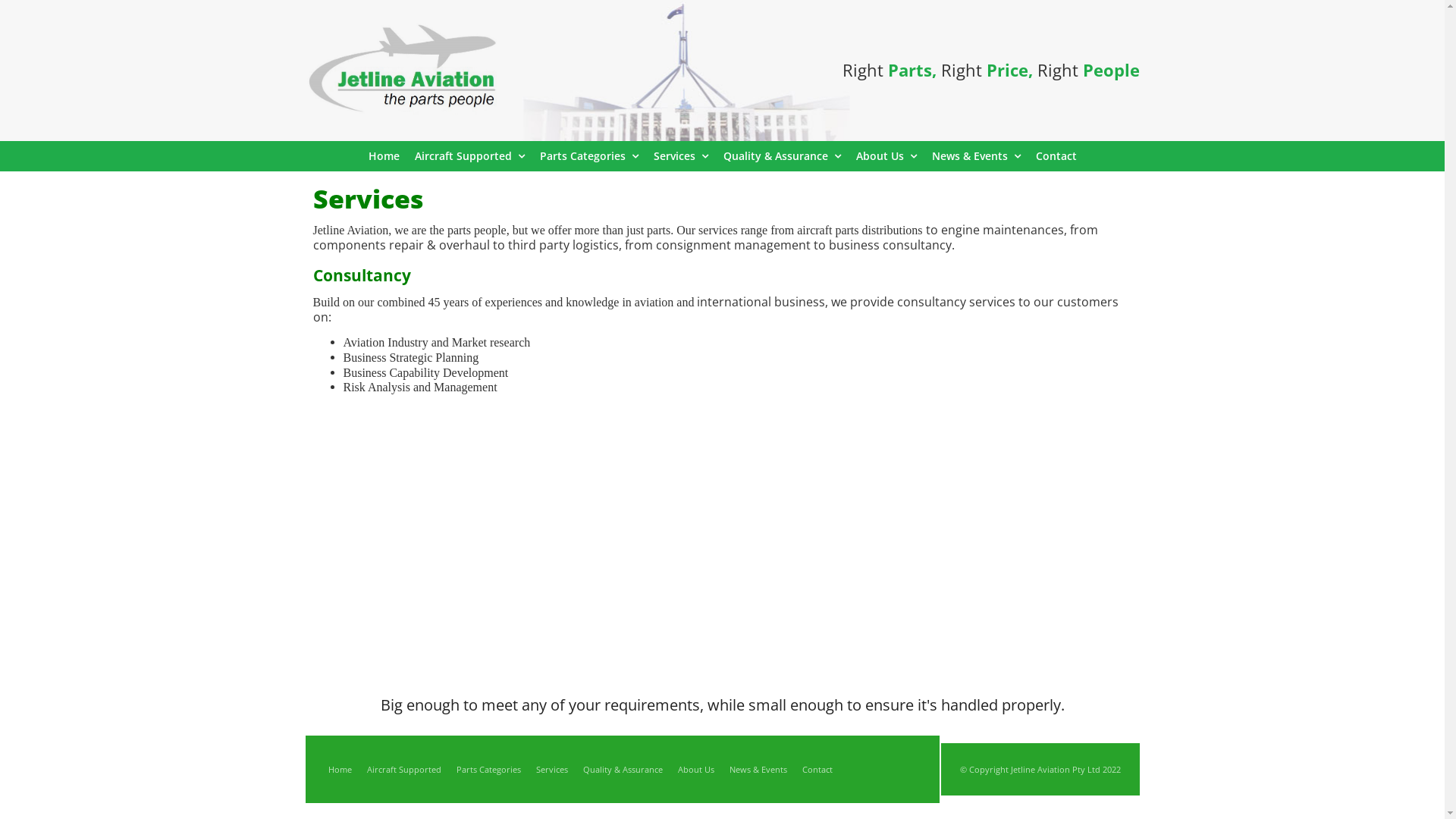 This screenshot has height=819, width=1456. What do you see at coordinates (975, 155) in the screenshot?
I see `'News & Events'` at bounding box center [975, 155].